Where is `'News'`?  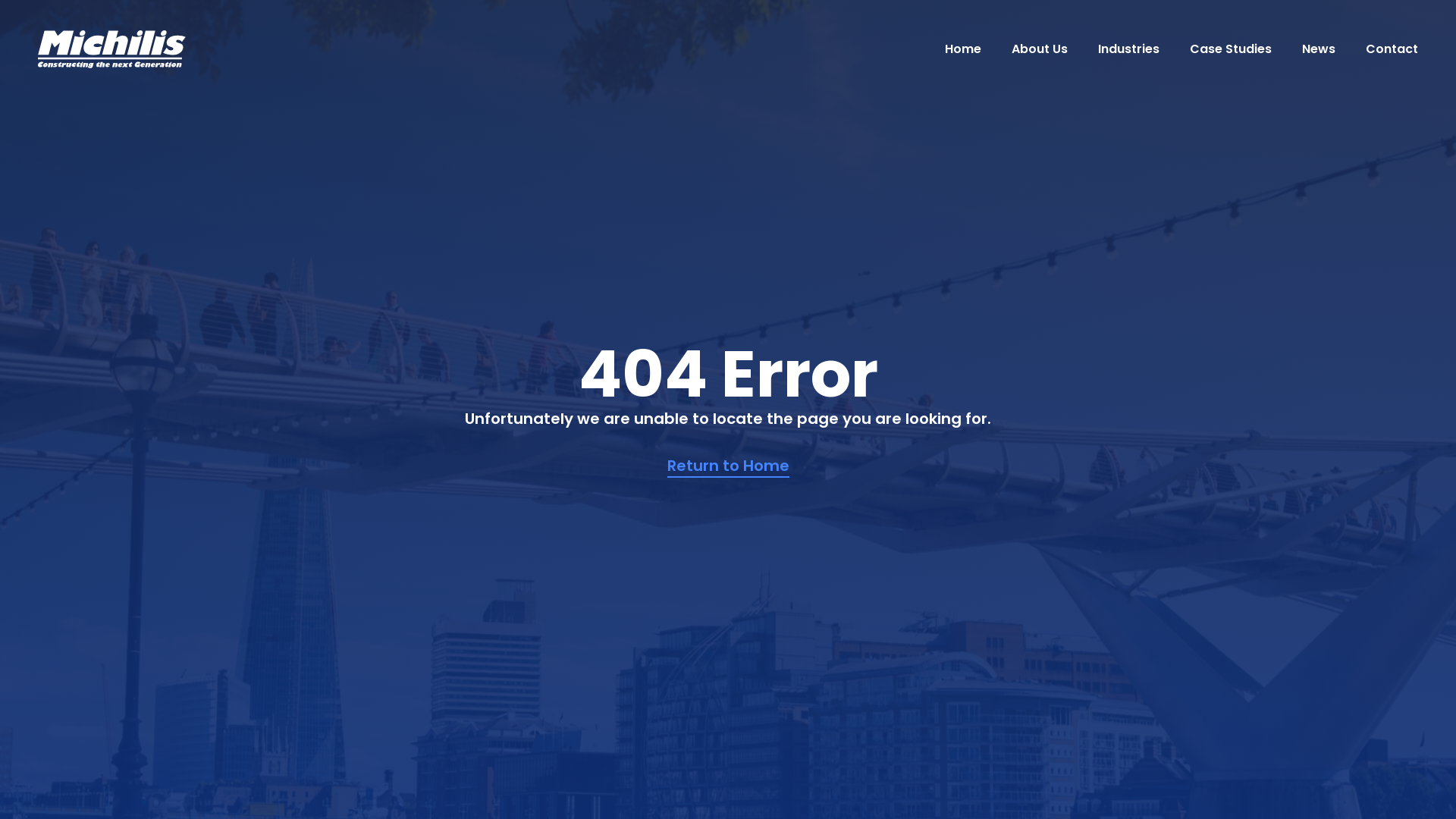
'News' is located at coordinates (1317, 48).